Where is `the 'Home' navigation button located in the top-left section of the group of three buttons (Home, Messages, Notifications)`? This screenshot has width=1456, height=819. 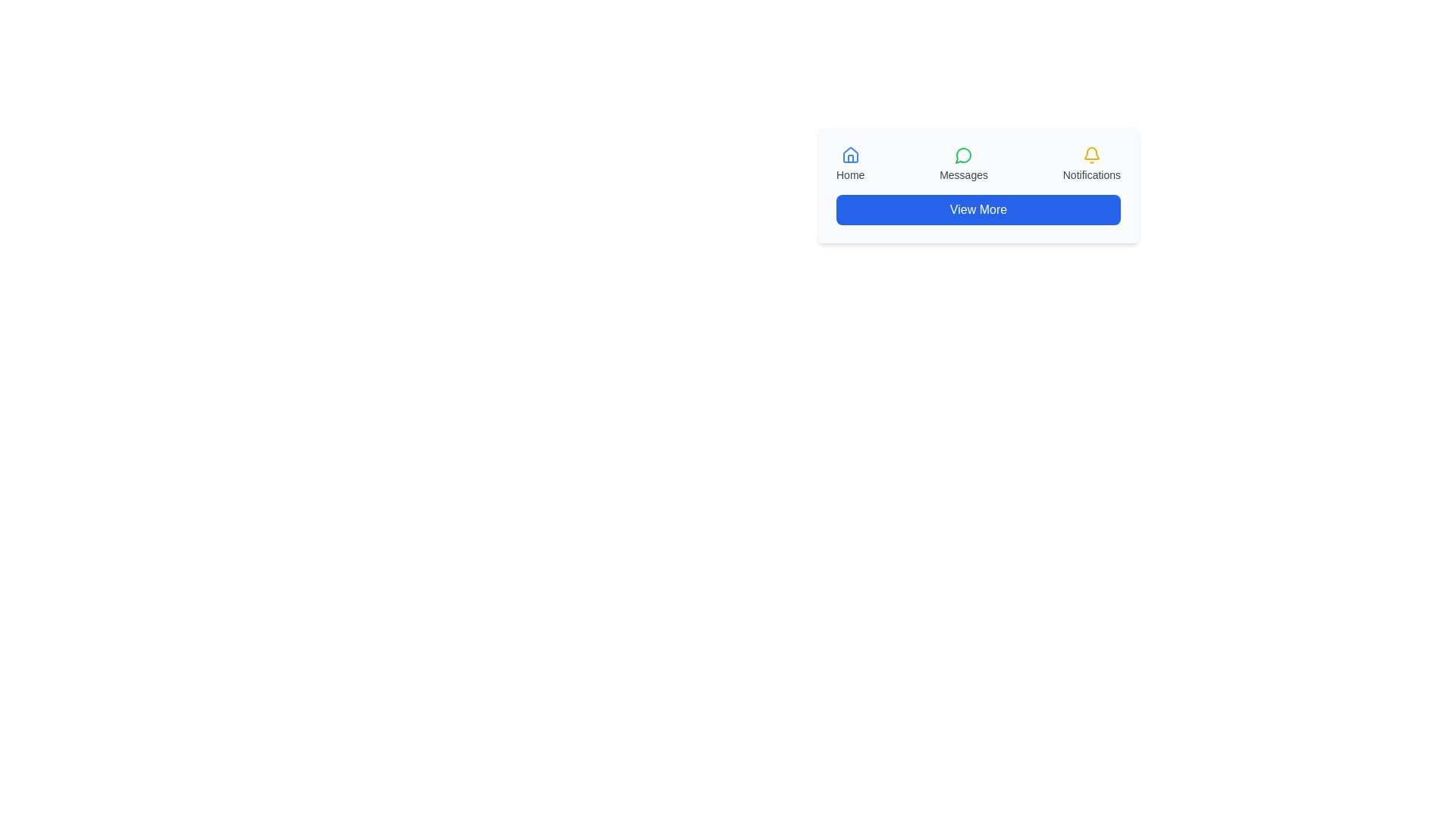
the 'Home' navigation button located in the top-left section of the group of three buttons (Home, Messages, Notifications) is located at coordinates (850, 164).